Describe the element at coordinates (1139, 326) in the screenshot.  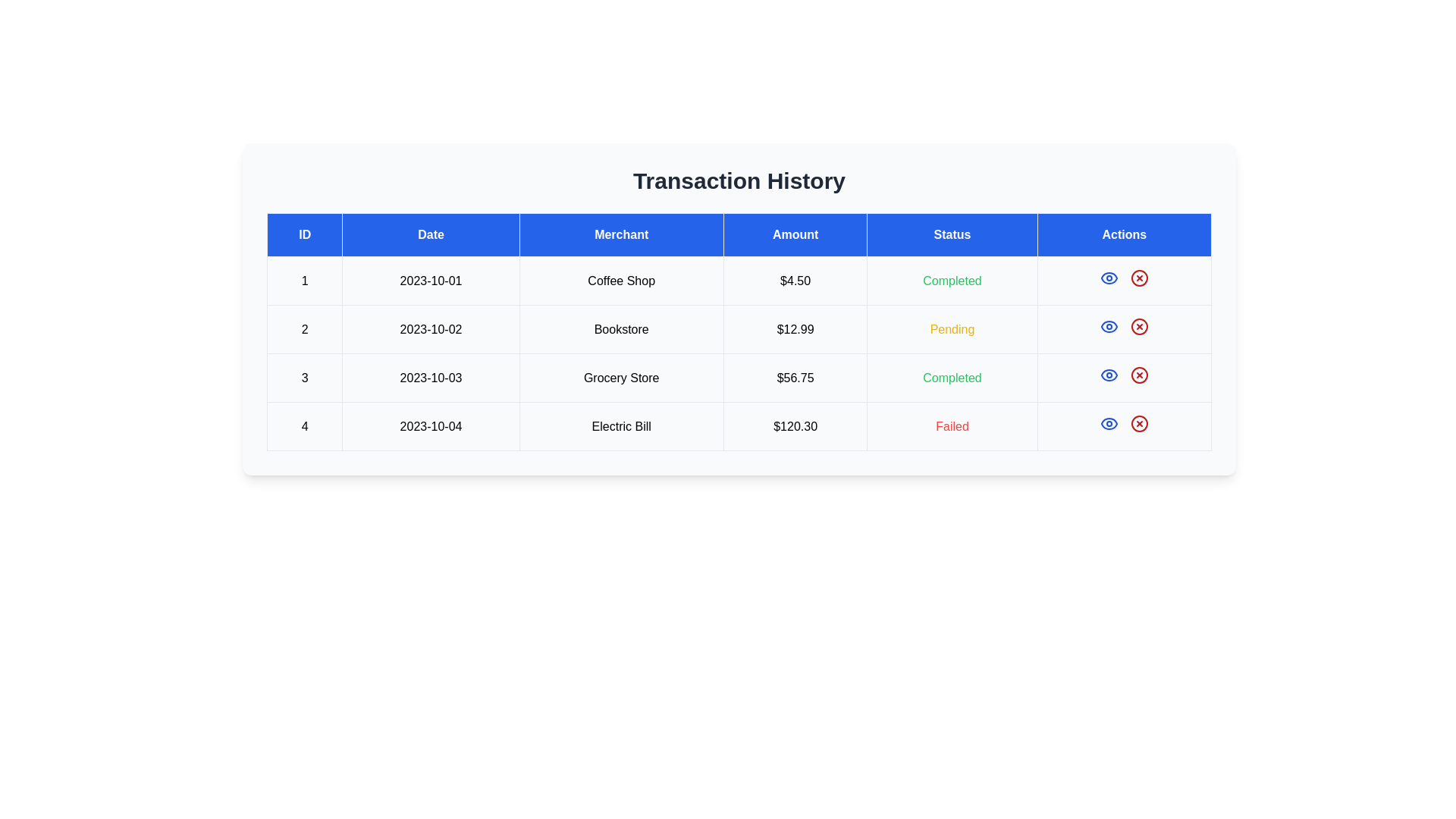
I see `the delete button for transaction with ID 2` at that location.